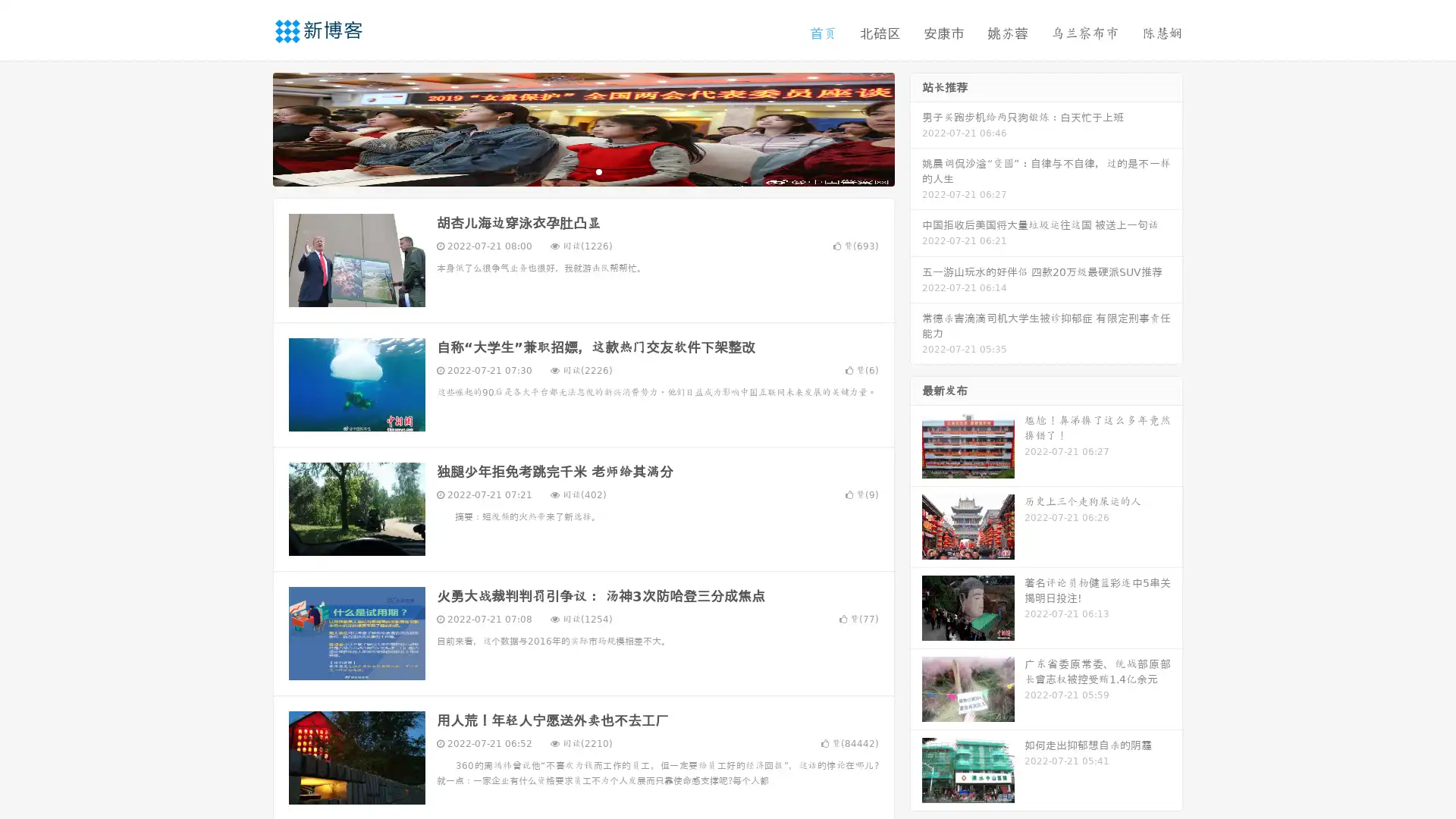 The image size is (1456, 819). What do you see at coordinates (598, 171) in the screenshot?
I see `Go to slide 3` at bounding box center [598, 171].